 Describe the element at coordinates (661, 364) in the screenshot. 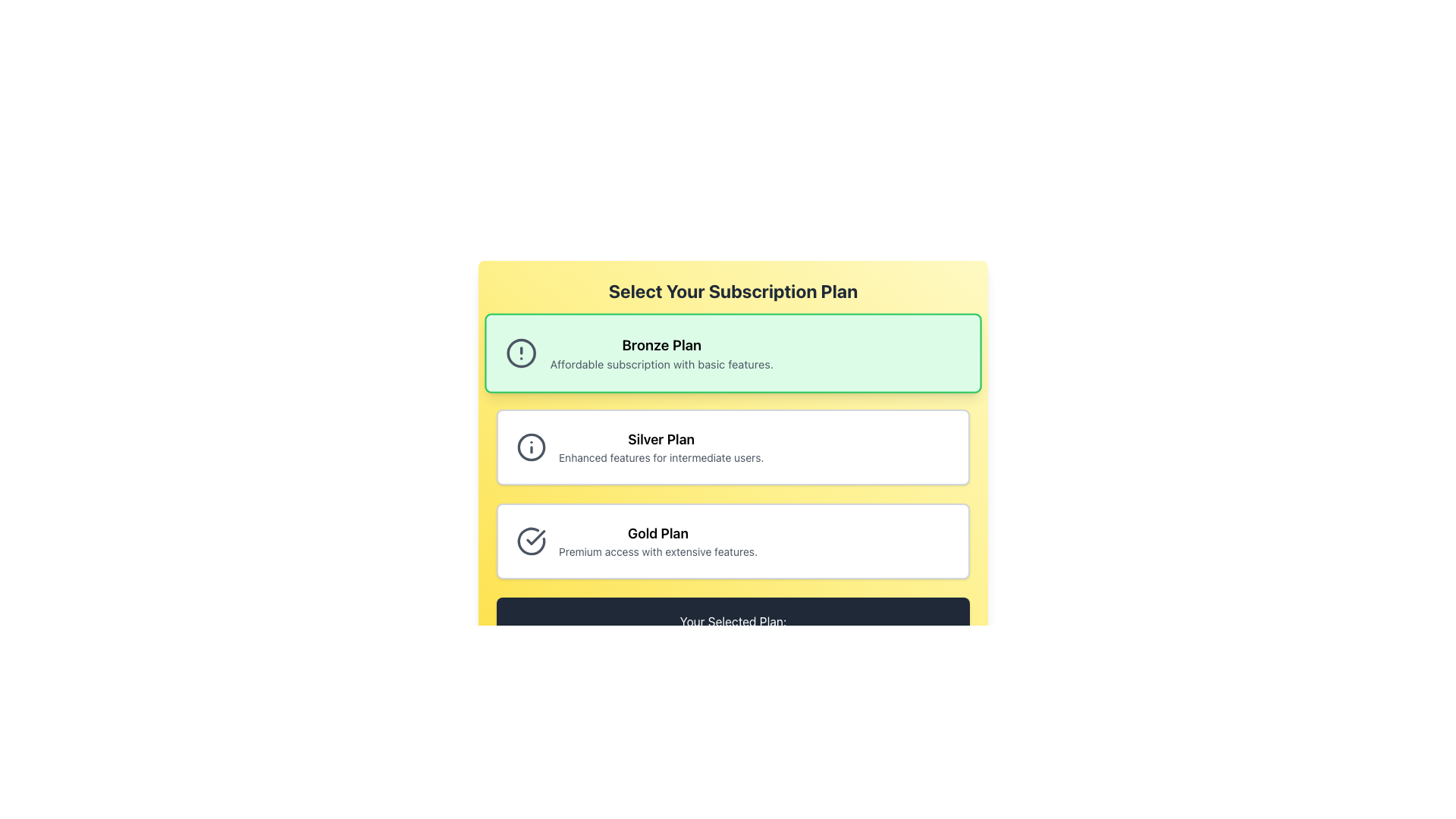

I see `the descriptive text 'Affordable subscription with basic features' located under the 'Bronze Plan' heading within the green-highlighted plan card` at that location.